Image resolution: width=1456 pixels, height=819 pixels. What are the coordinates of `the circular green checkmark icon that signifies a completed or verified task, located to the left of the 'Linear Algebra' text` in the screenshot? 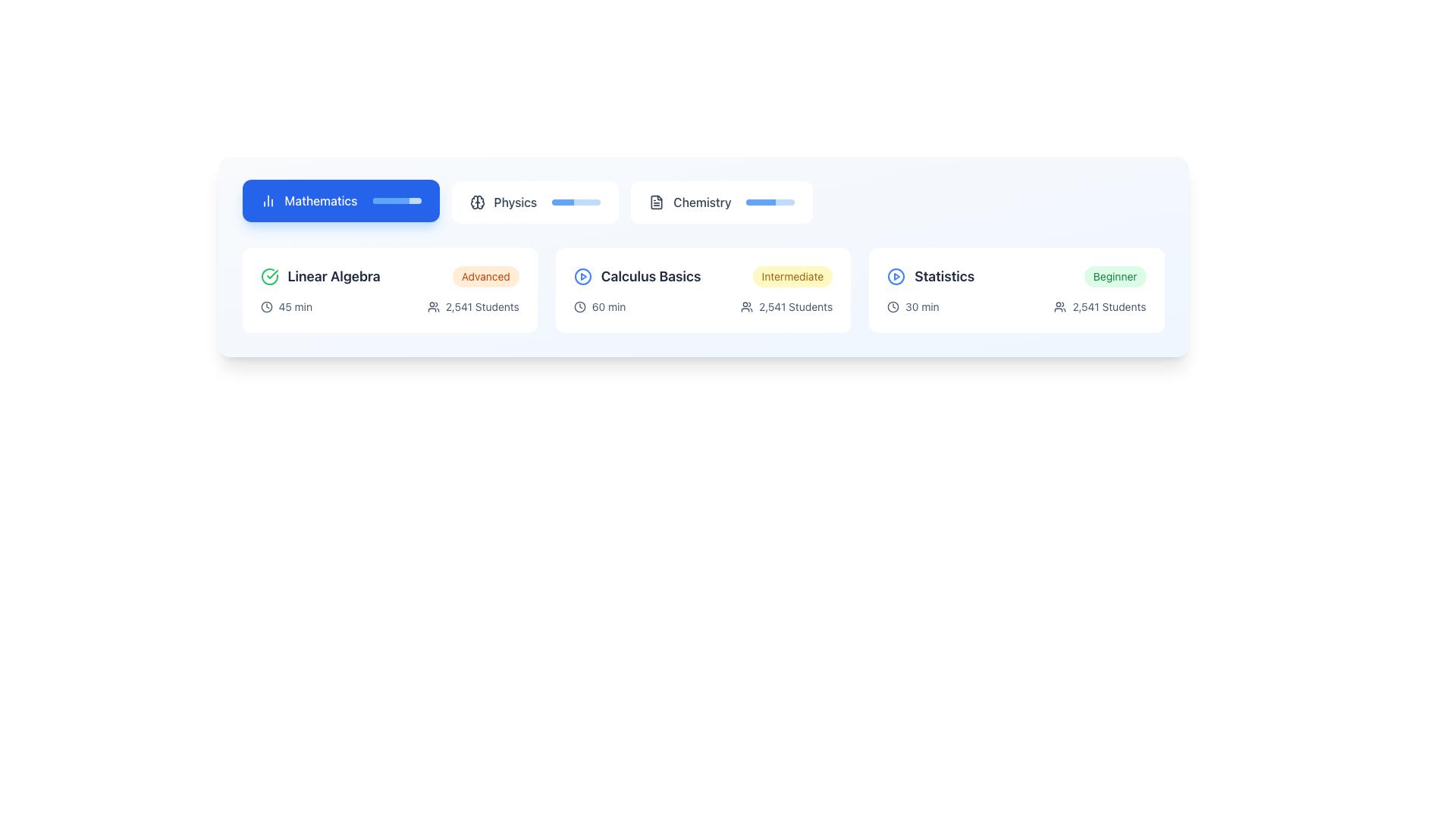 It's located at (269, 277).